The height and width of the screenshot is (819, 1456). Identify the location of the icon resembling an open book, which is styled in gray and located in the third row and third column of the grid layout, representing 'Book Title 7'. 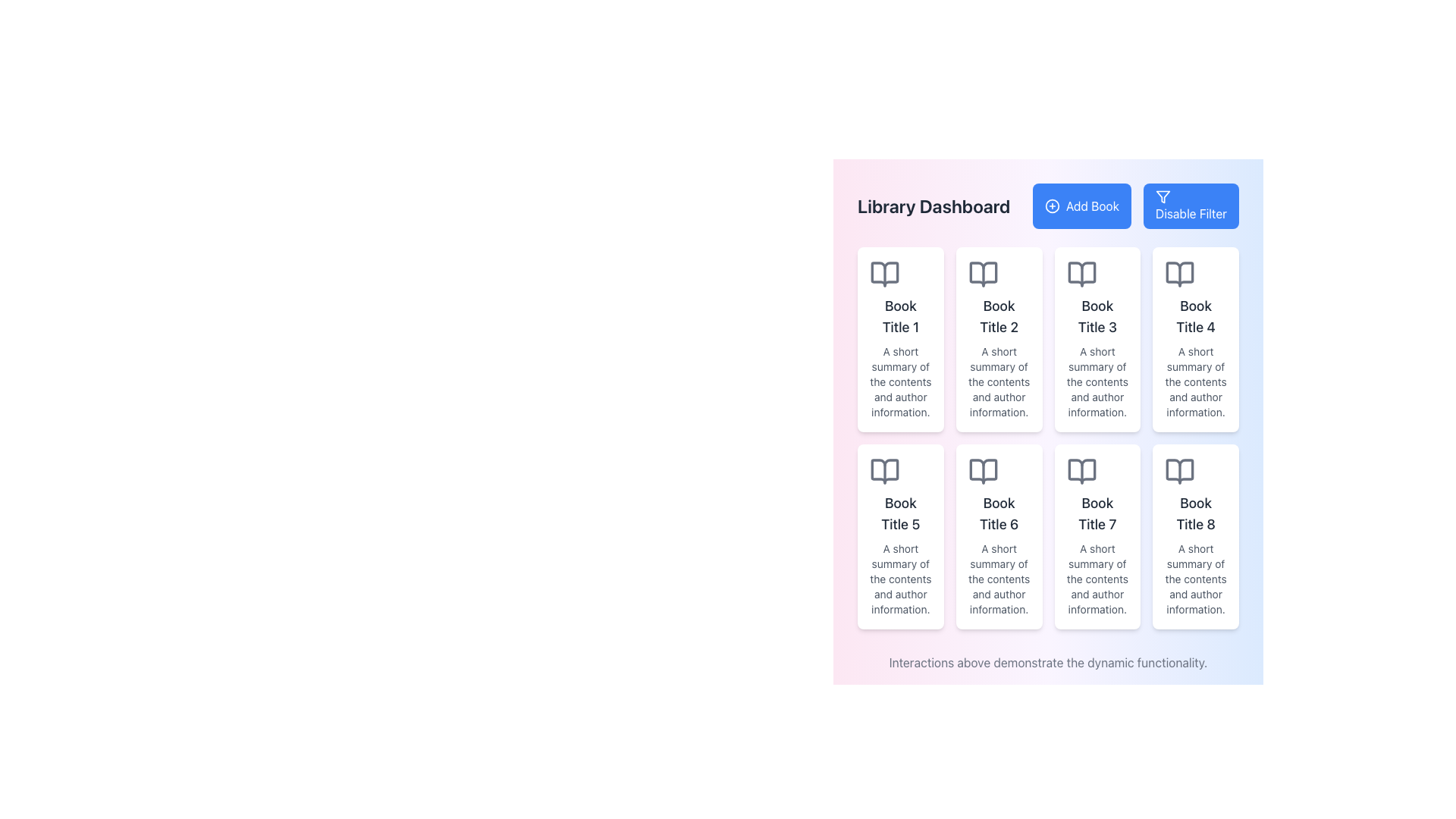
(1081, 470).